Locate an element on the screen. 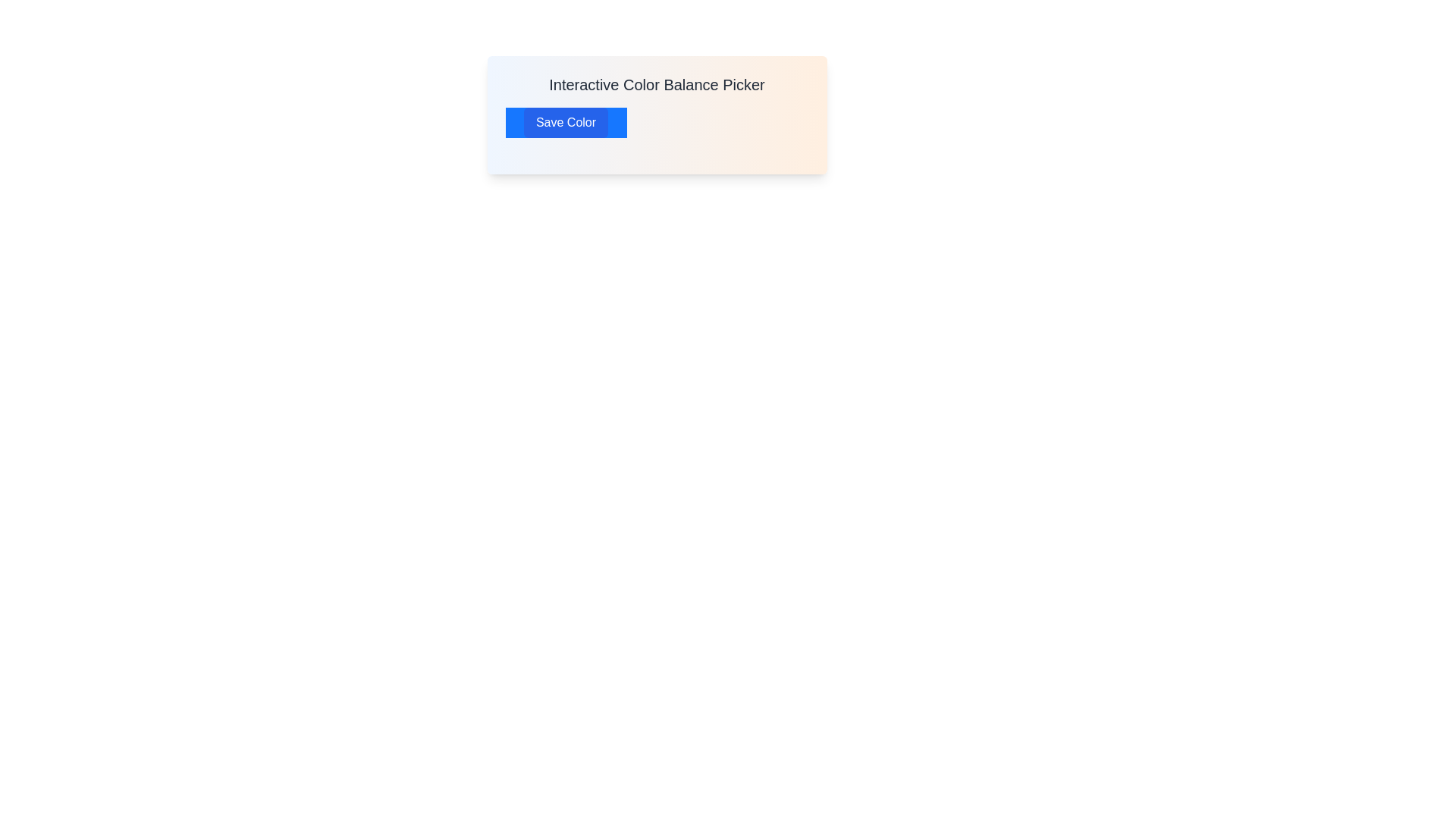 The width and height of the screenshot is (1456, 819). the rectangular panel labeled 'Interactive Color Balance Picker' with a gradient background from its current position is located at coordinates (657, 114).